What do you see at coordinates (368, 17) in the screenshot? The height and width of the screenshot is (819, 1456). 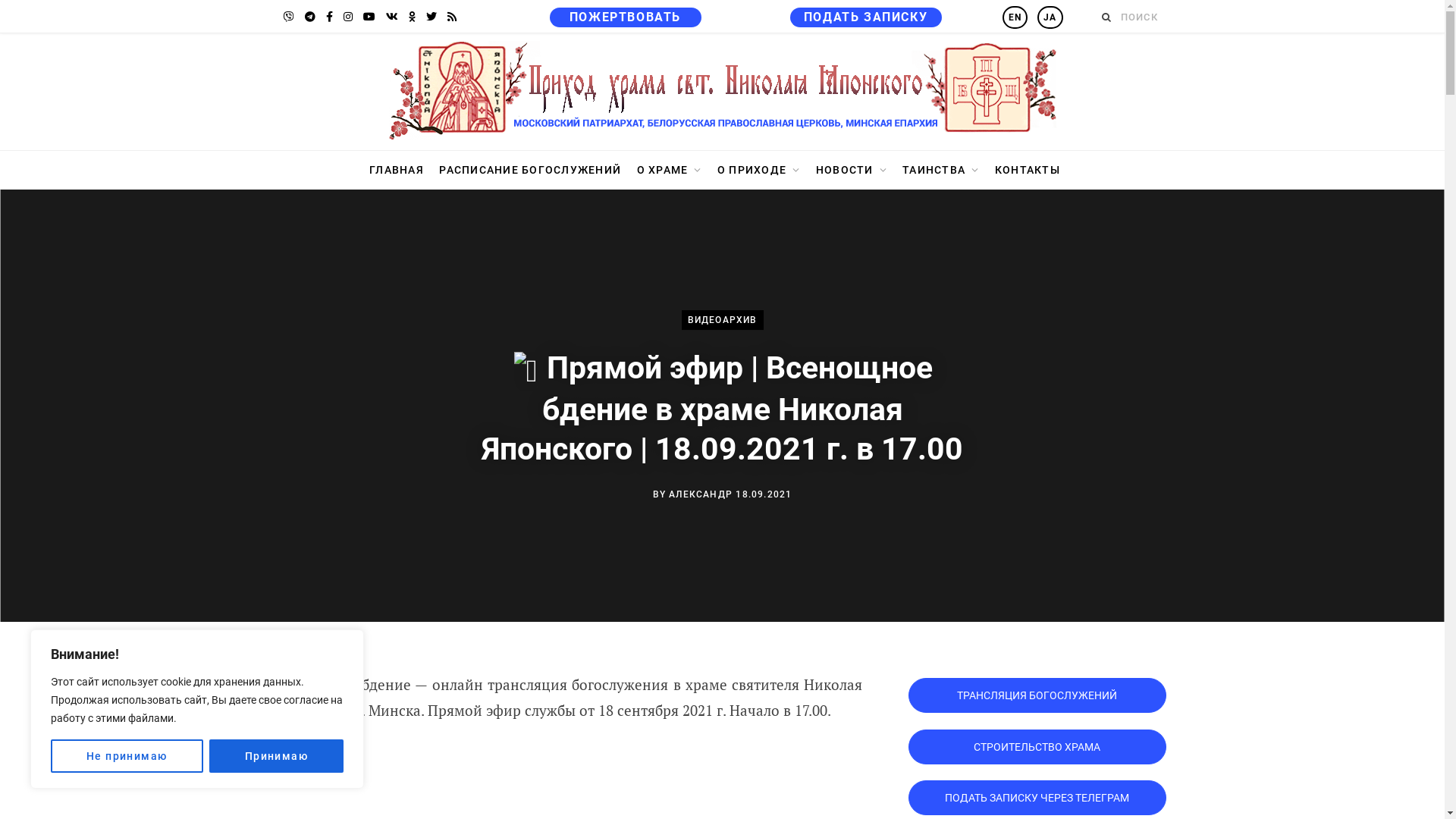 I see `'YouTube'` at bounding box center [368, 17].